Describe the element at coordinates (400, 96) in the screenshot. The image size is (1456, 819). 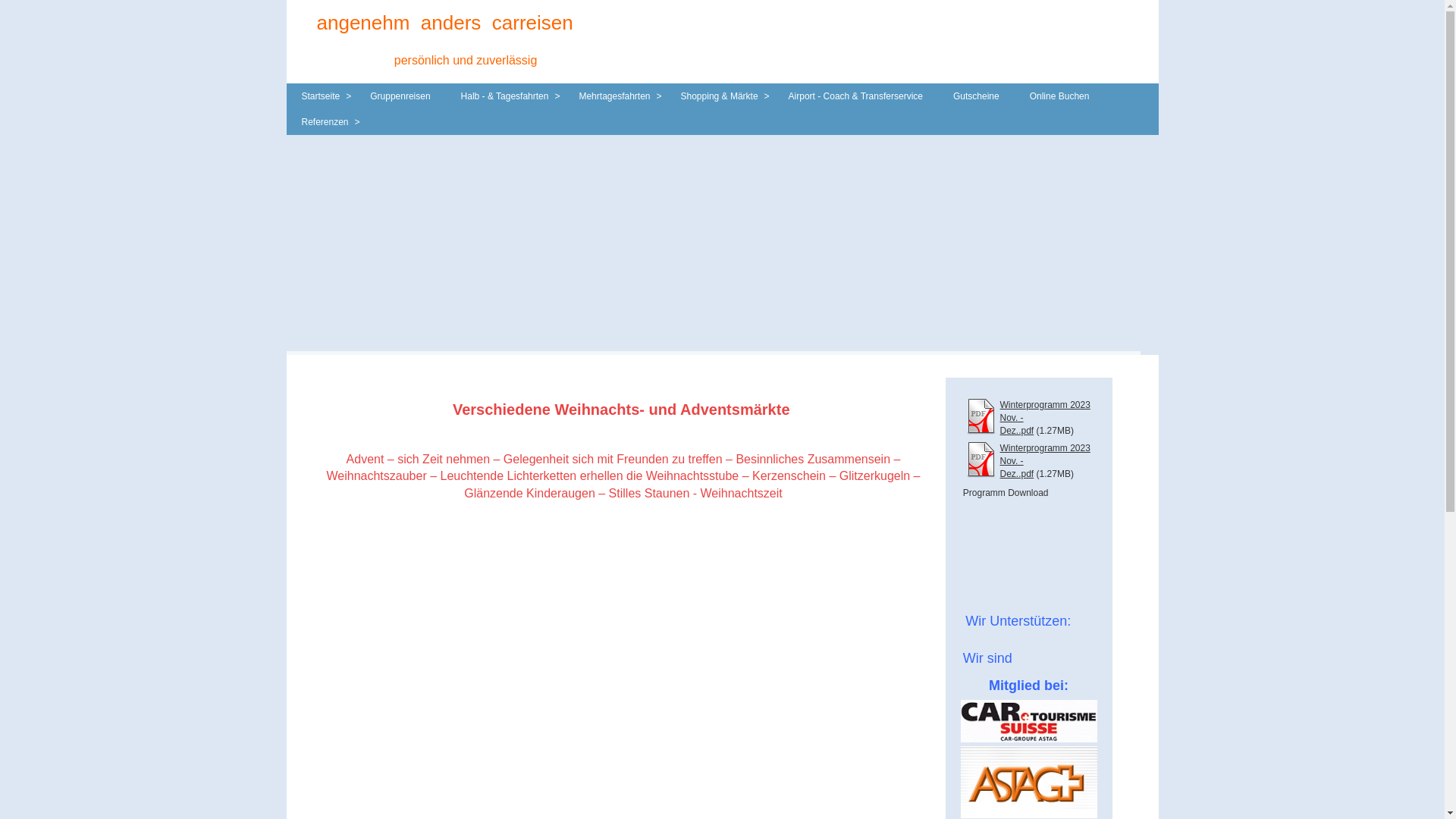
I see `'Gruppenreisen'` at that location.